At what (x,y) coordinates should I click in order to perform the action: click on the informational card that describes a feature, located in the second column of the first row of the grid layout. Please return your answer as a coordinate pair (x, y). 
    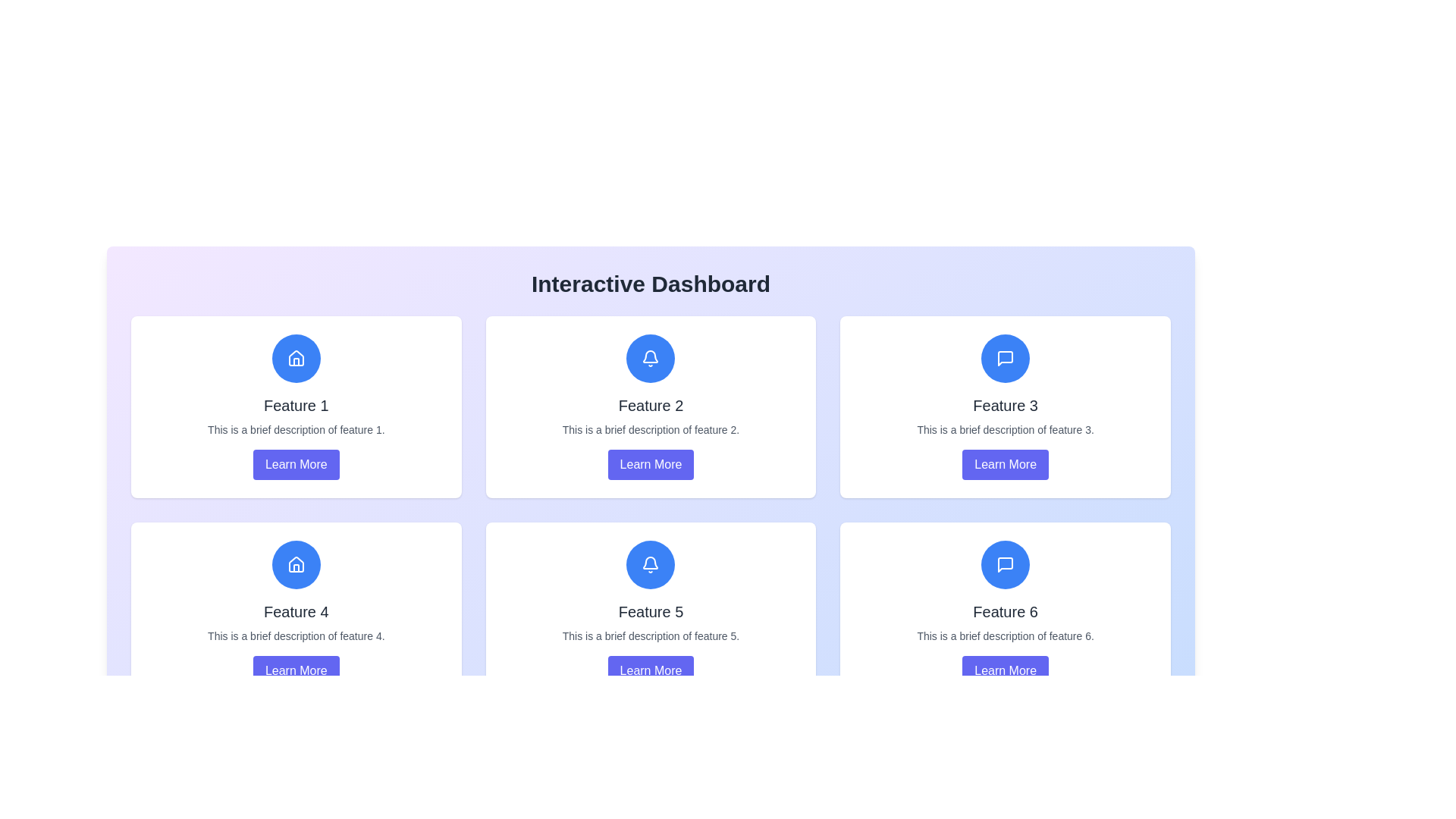
    Looking at the image, I should click on (651, 406).